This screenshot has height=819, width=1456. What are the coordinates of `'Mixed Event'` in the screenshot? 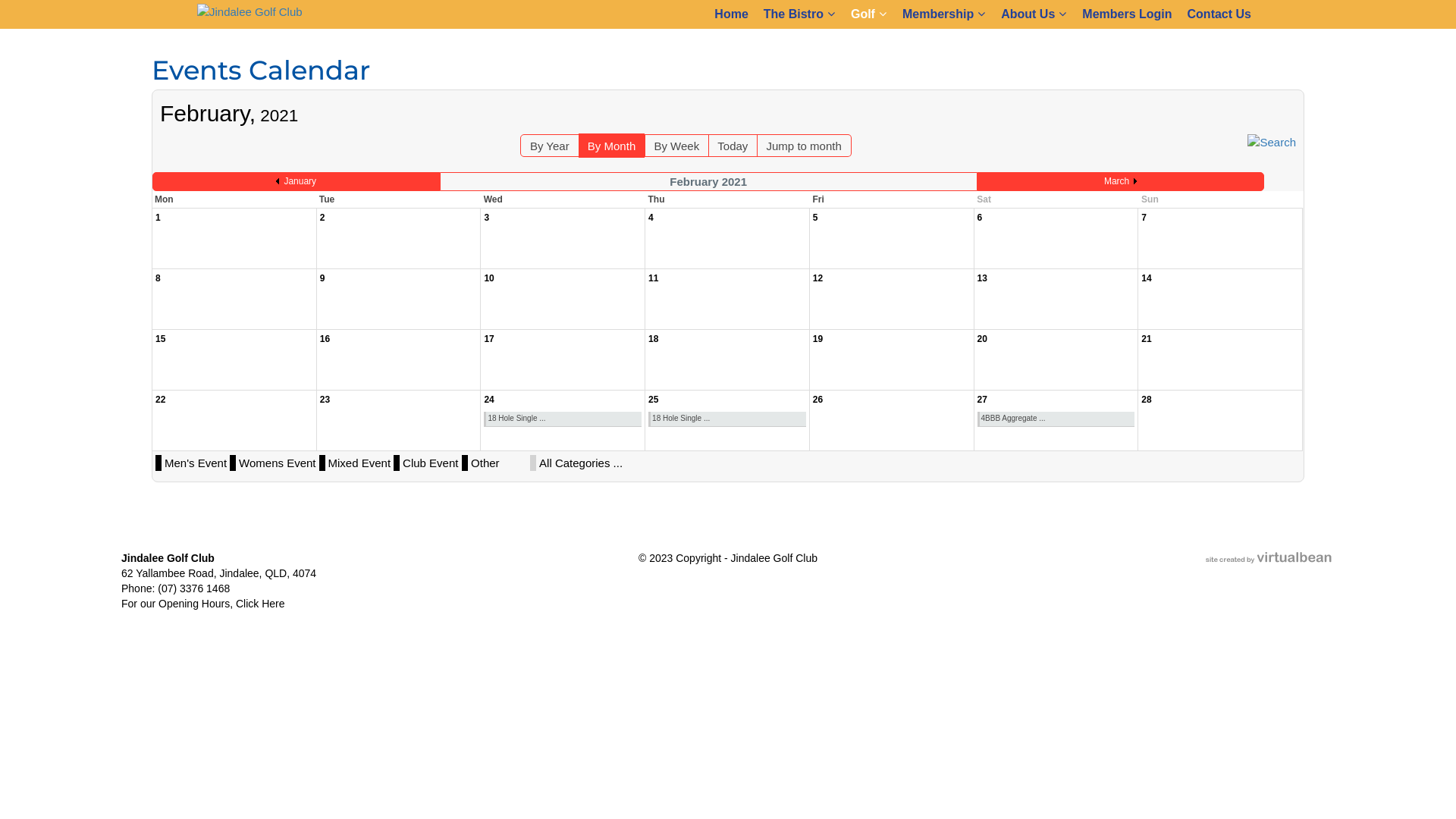 It's located at (359, 462).